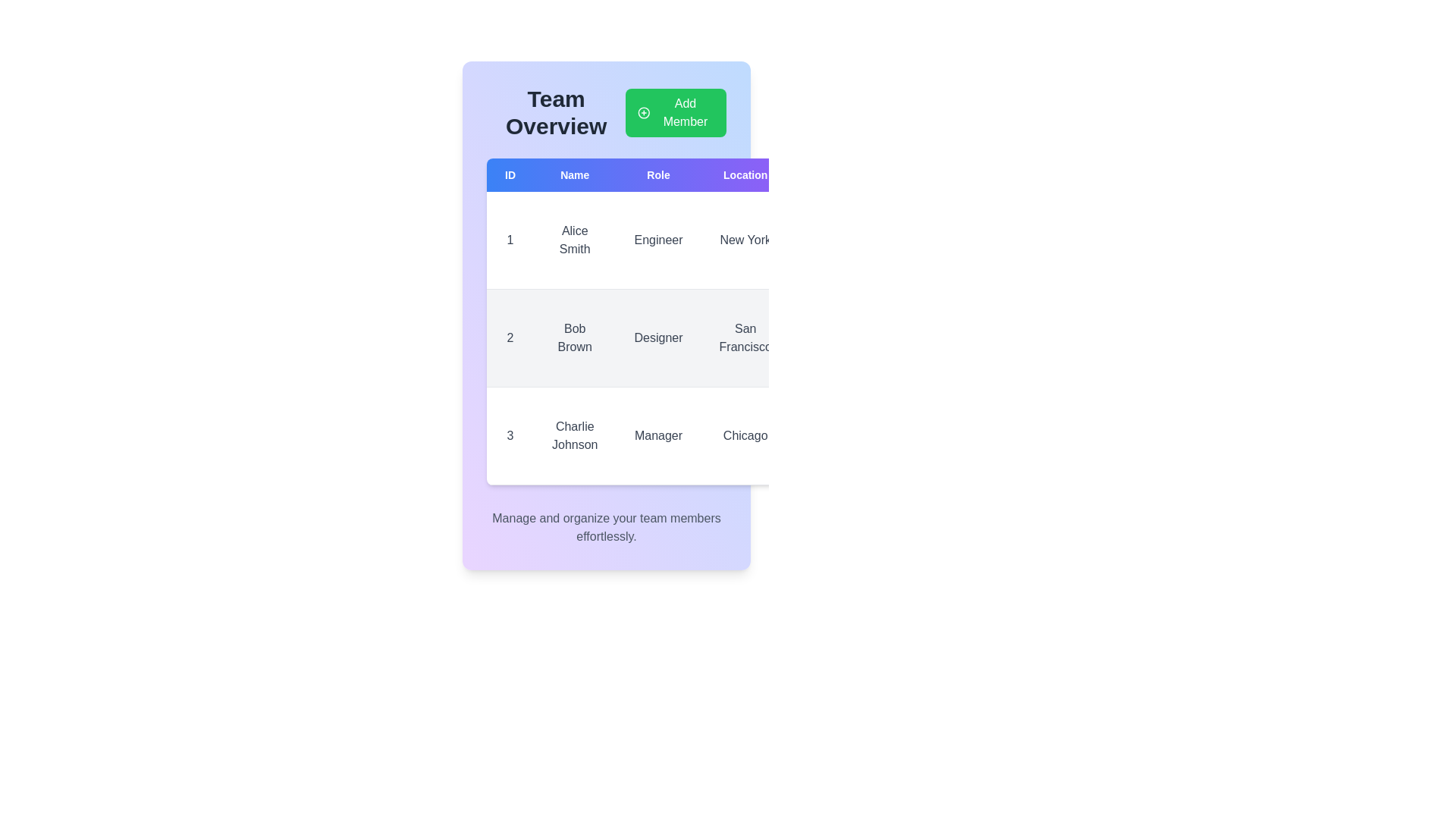 This screenshot has height=819, width=1456. What do you see at coordinates (745, 240) in the screenshot?
I see `the static text field that displays 'New York' in the fourth column of the first row under the 'Location' header` at bounding box center [745, 240].